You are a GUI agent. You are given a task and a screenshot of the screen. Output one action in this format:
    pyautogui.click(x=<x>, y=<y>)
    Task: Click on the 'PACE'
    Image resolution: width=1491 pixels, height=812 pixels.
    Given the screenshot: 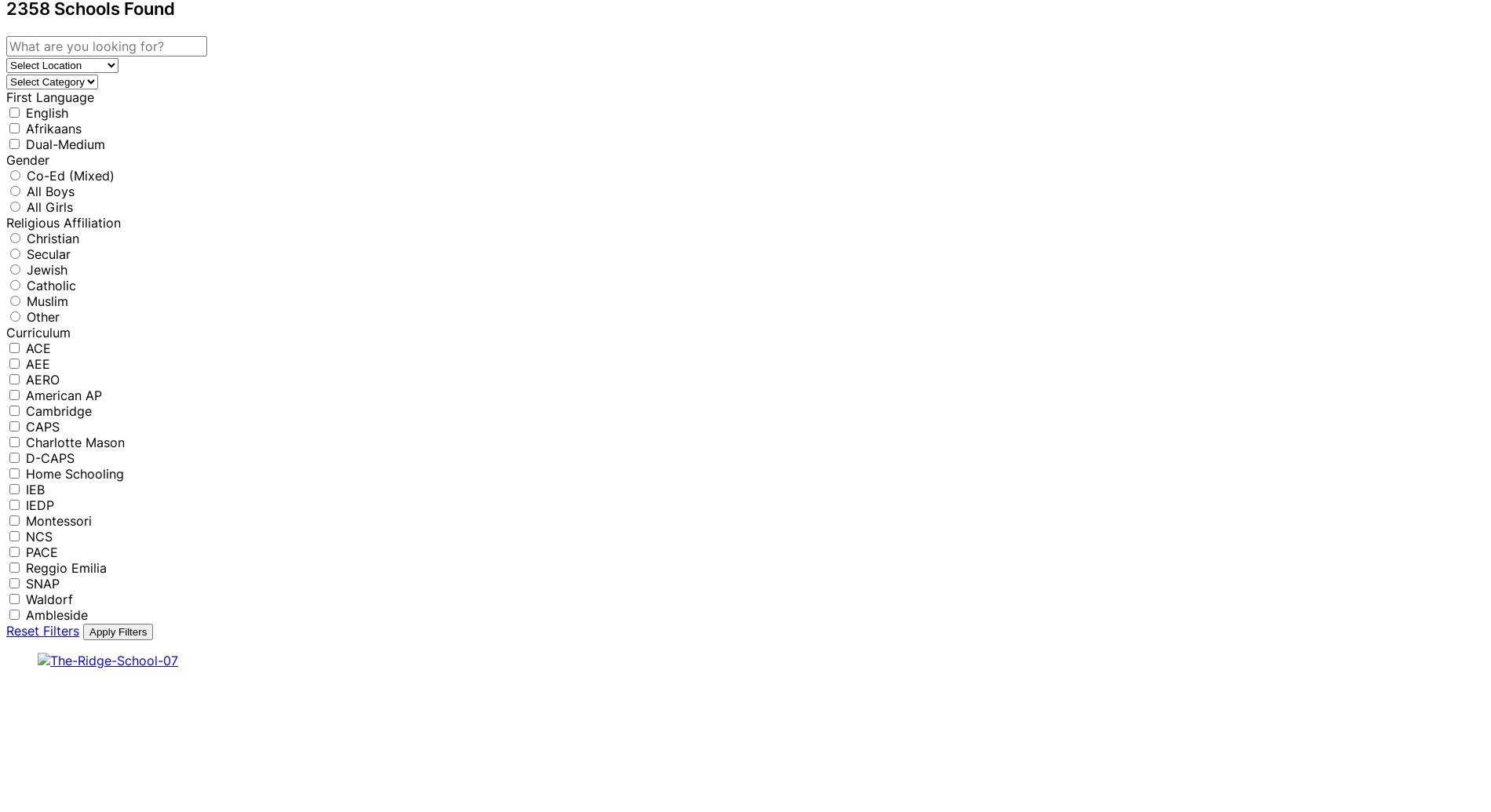 What is the action you would take?
    pyautogui.click(x=42, y=550)
    